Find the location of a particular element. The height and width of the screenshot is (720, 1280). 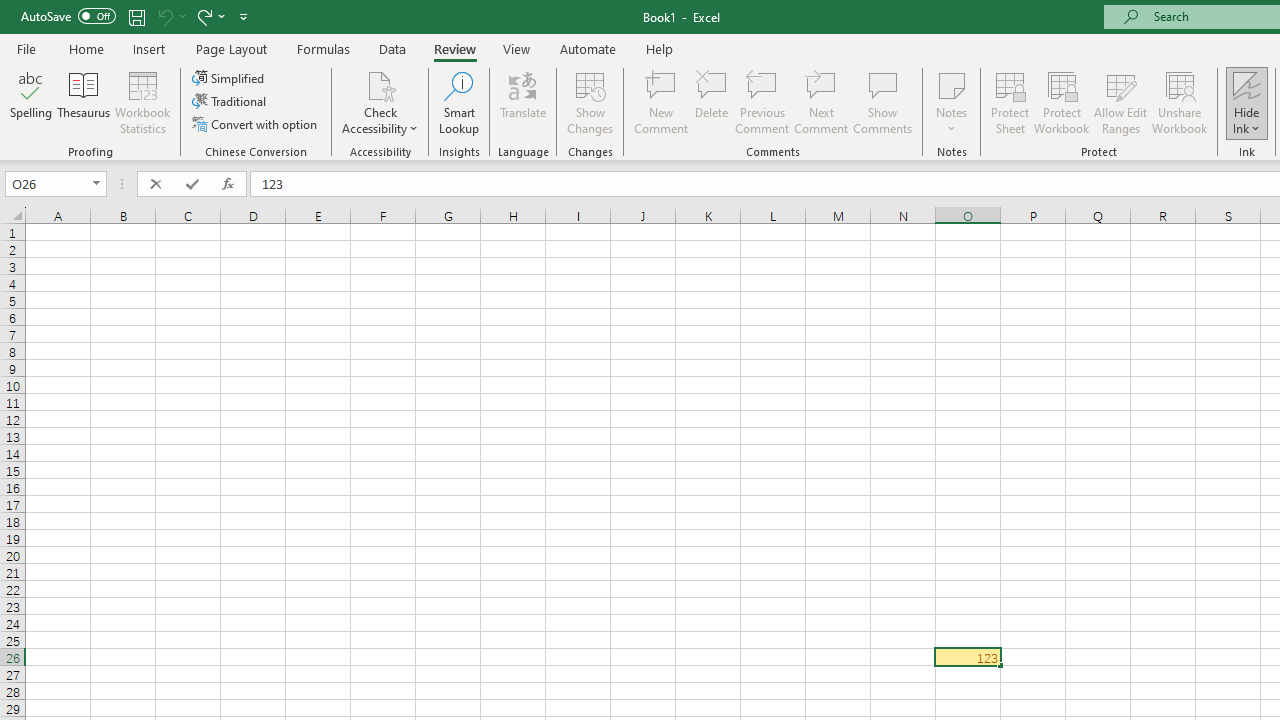

'System' is located at coordinates (10, 11).